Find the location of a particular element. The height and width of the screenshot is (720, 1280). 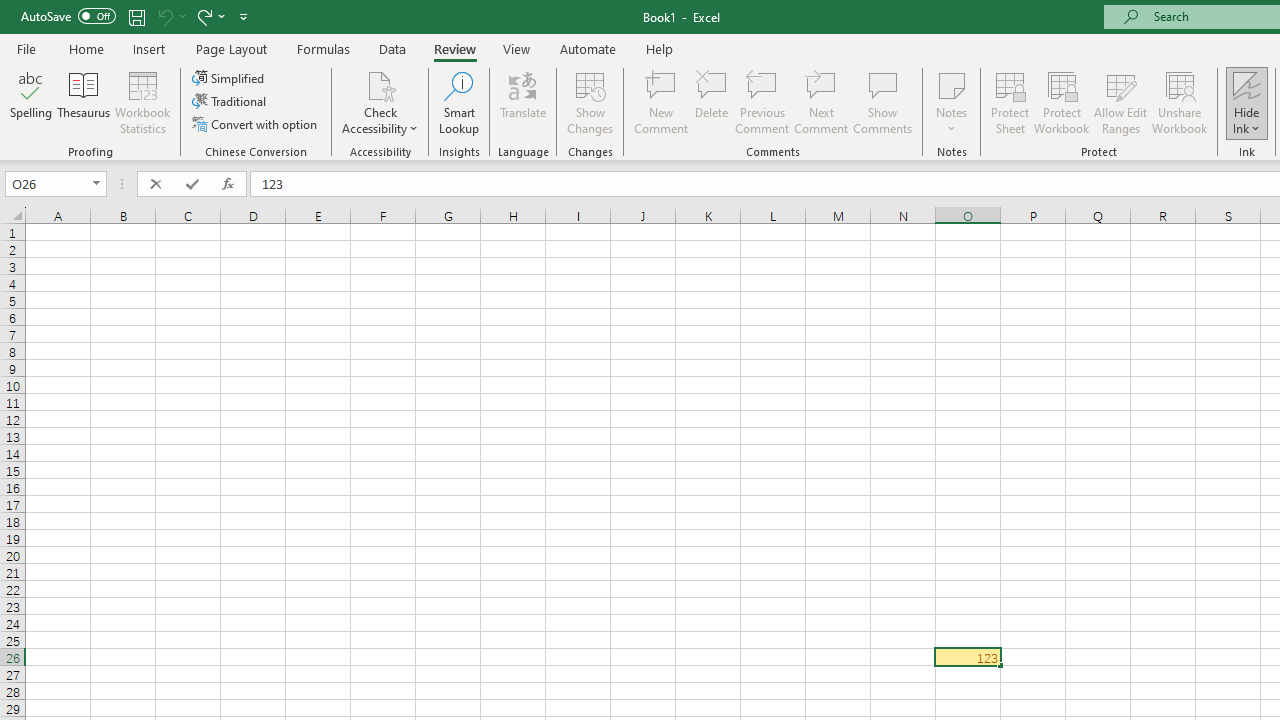

'System' is located at coordinates (10, 11).